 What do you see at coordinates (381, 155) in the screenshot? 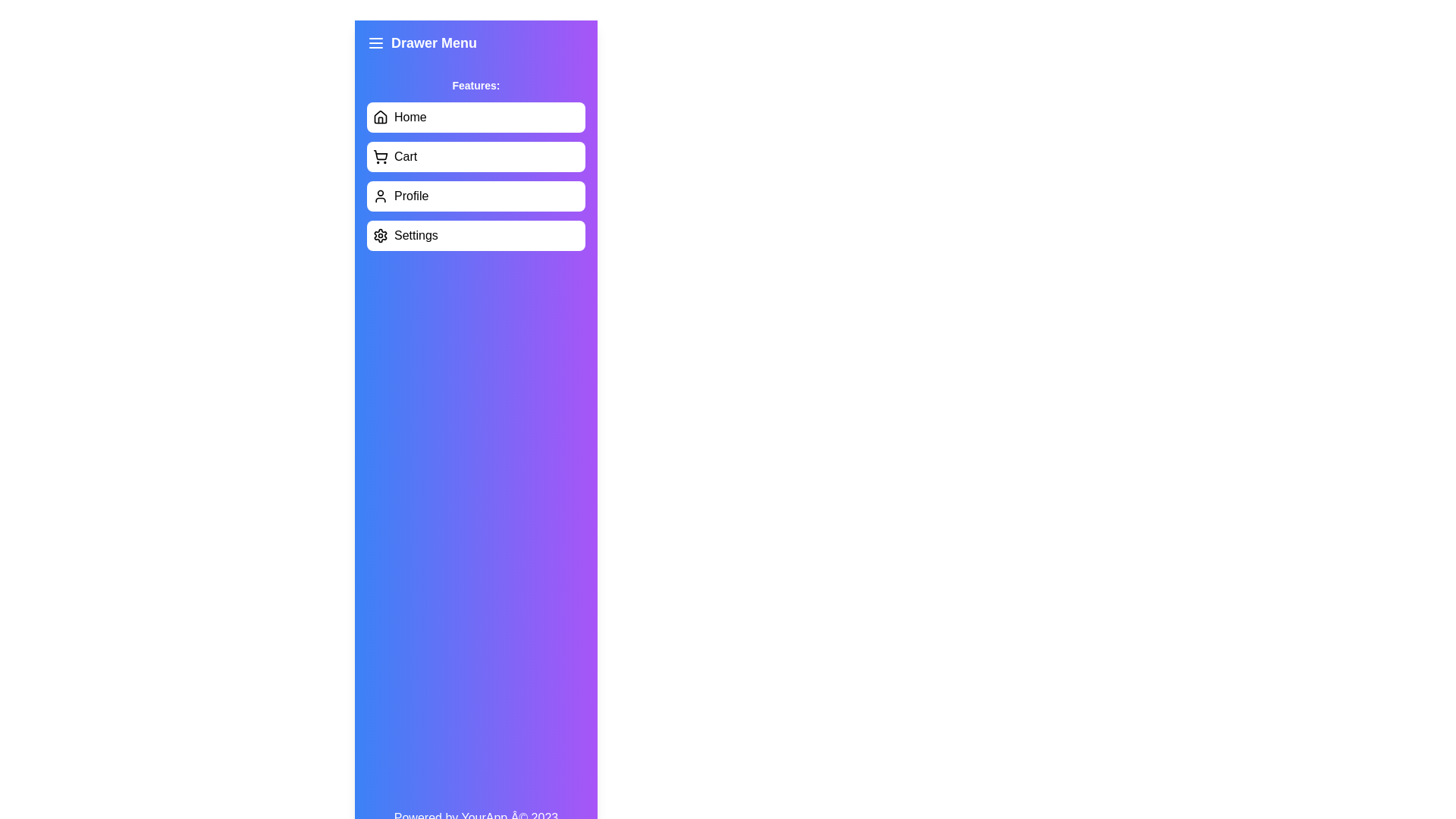
I see `the 'Cart' vector icon to interact with the shopping cart menu option` at bounding box center [381, 155].